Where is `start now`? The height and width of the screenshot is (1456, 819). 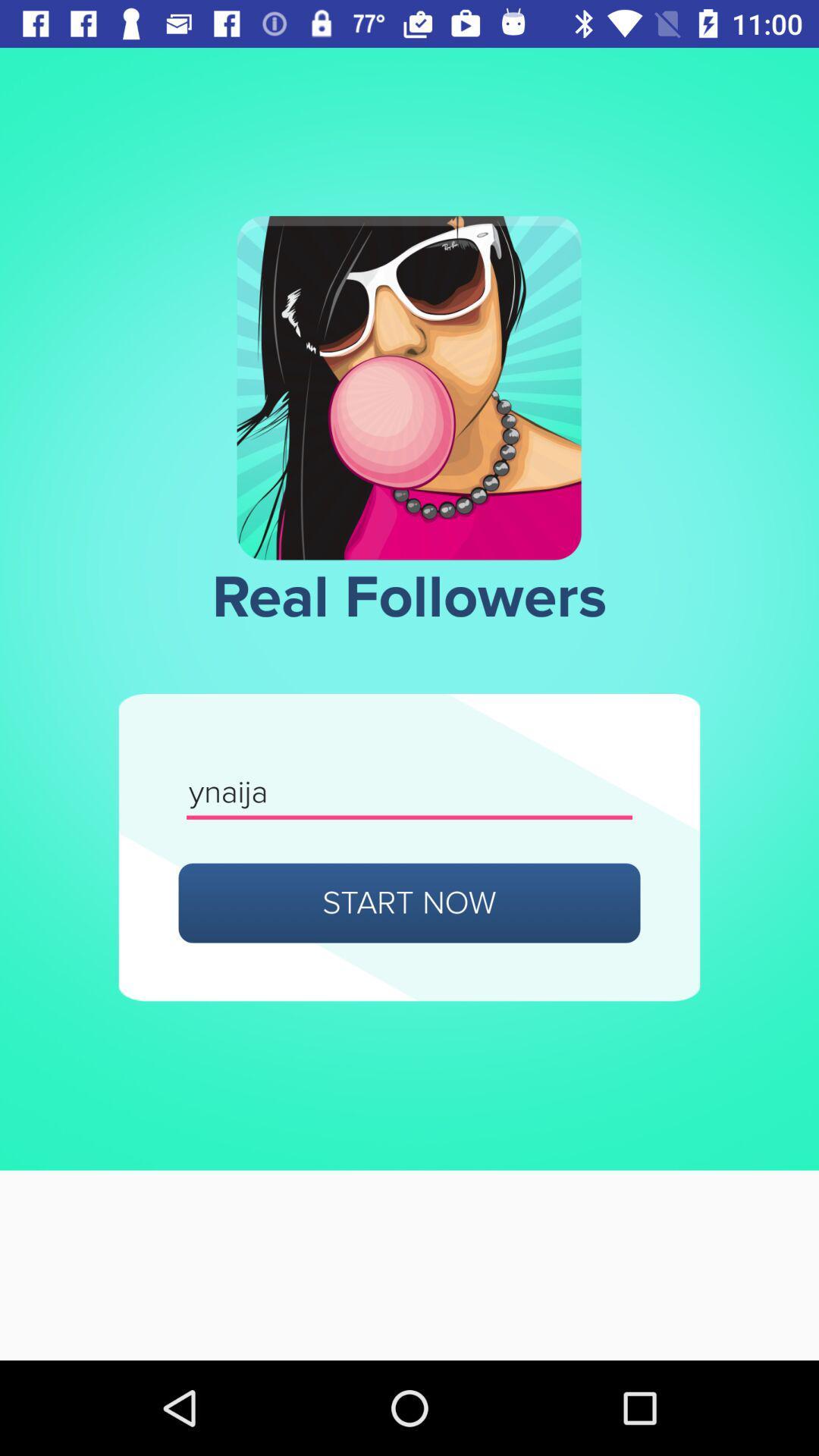 start now is located at coordinates (409, 902).